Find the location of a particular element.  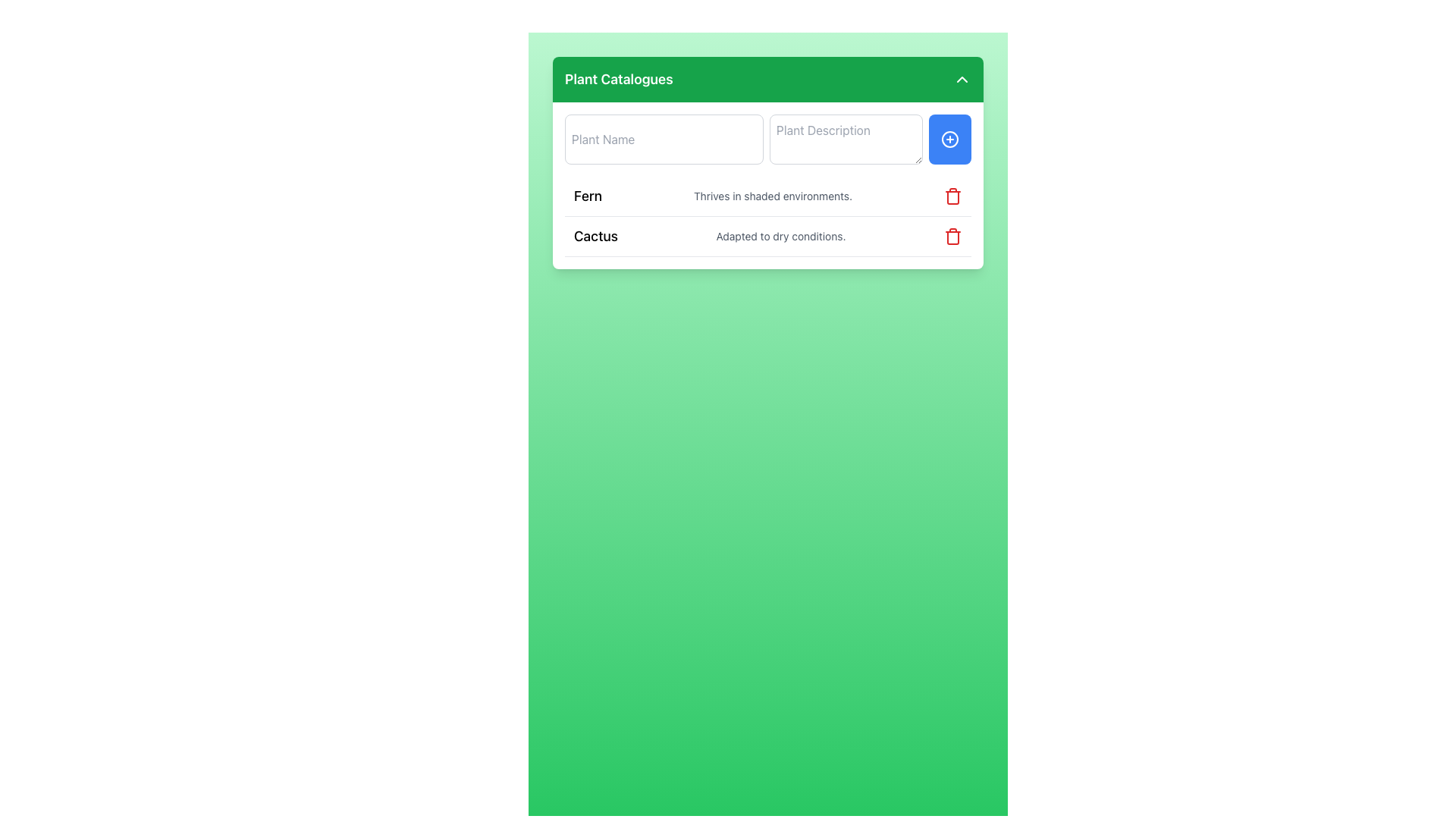

the static text element that displays 'Fern', which is styled in bold and is the first item in a row of plant descriptions is located at coordinates (587, 195).